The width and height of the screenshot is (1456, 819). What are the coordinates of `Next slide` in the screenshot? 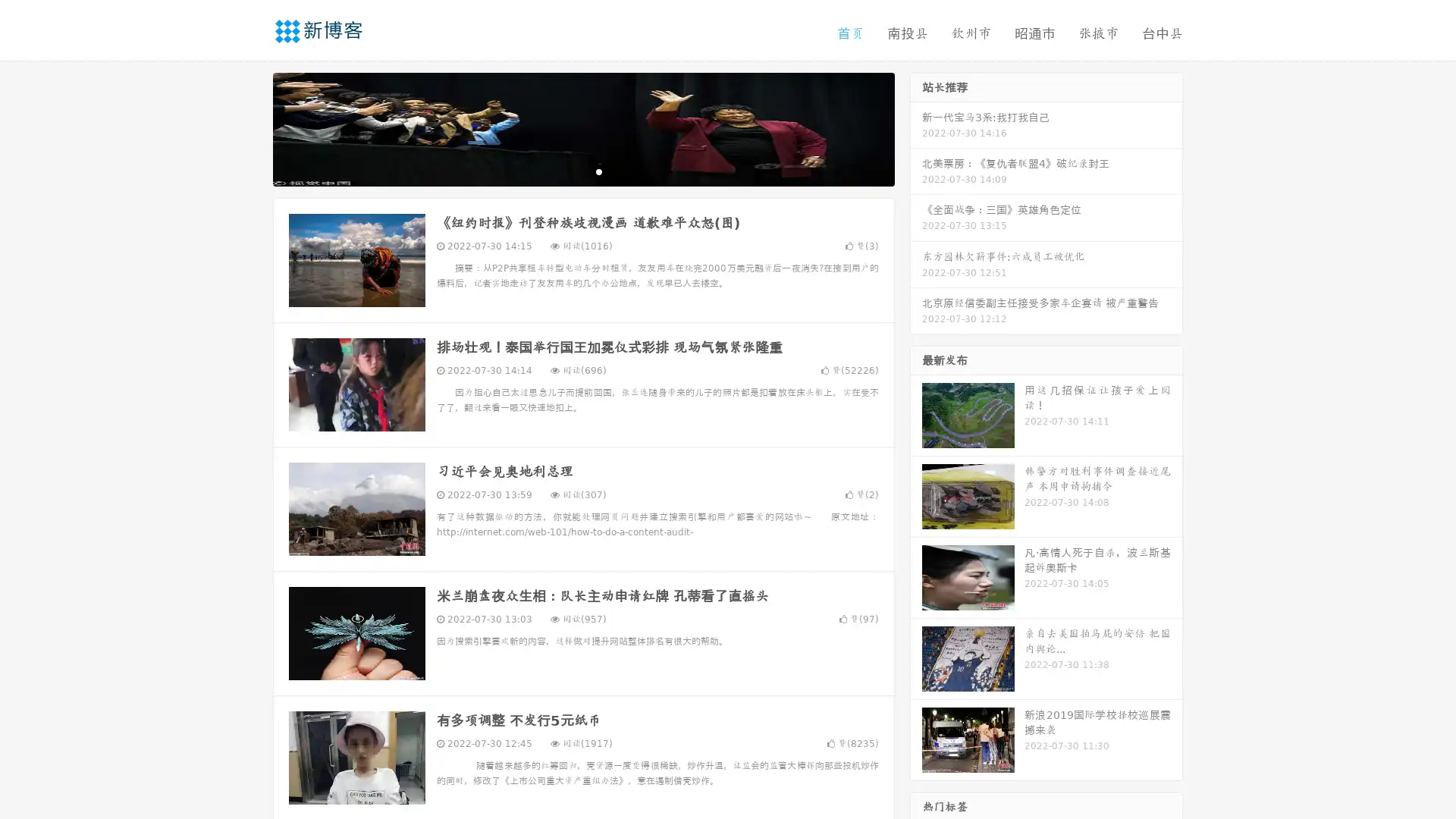 It's located at (916, 127).